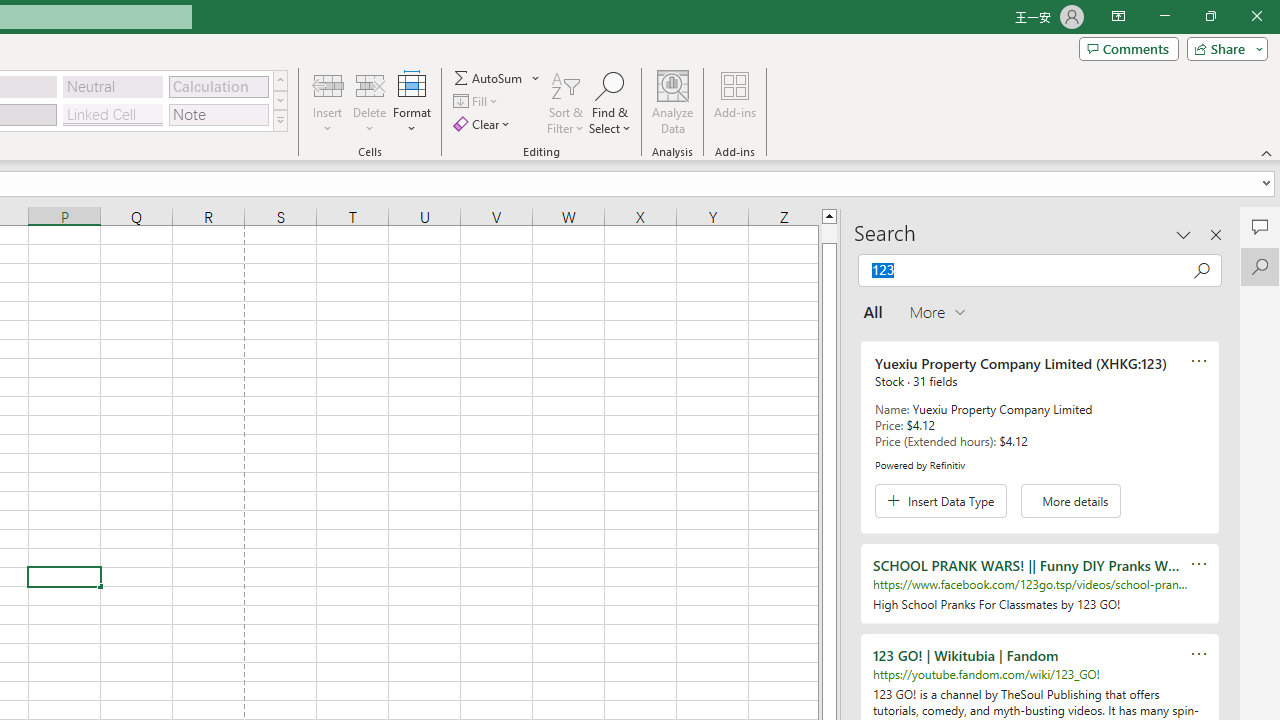  I want to click on 'Fill', so click(477, 101).